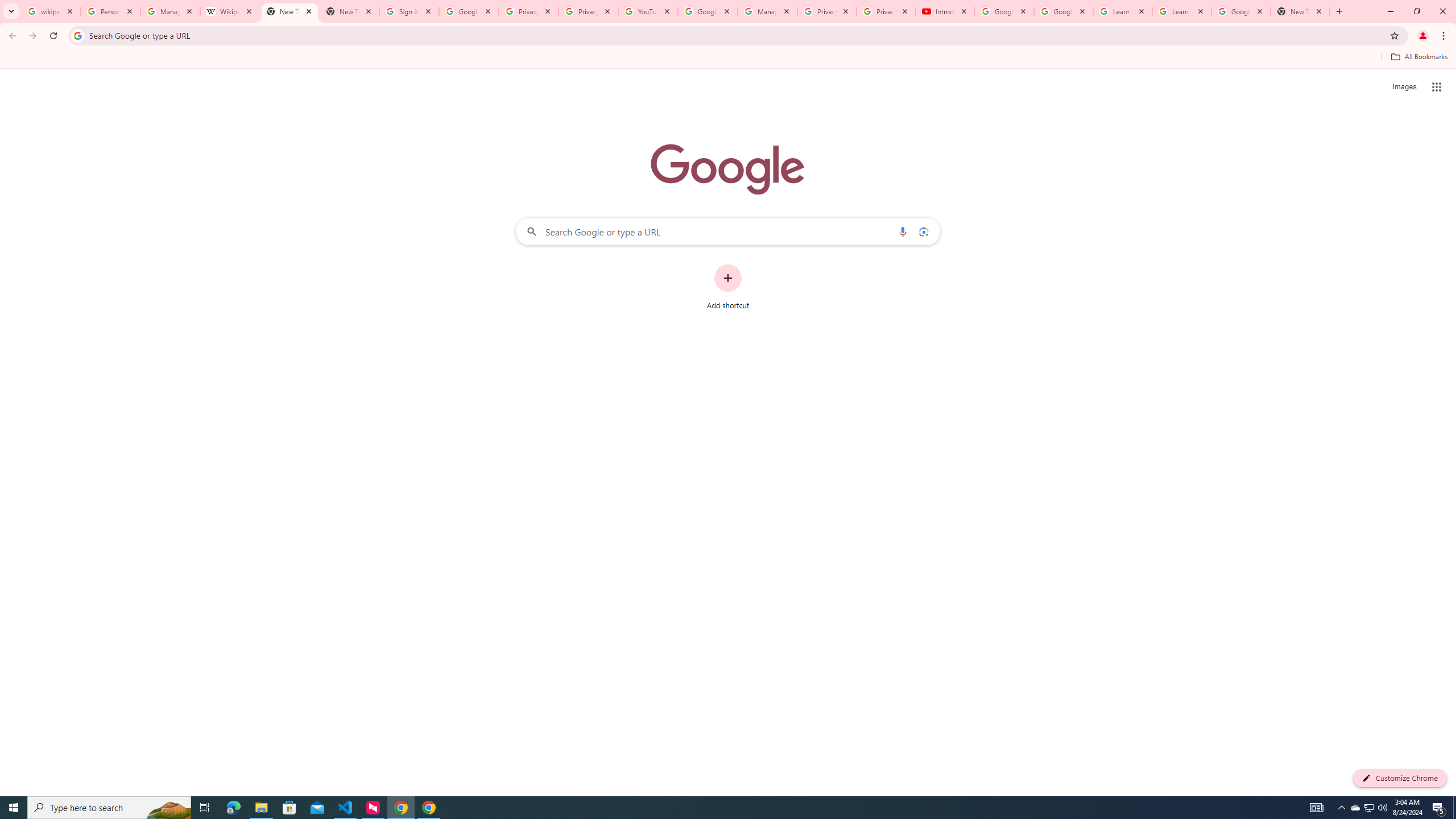 The height and width of the screenshot is (819, 1456). What do you see at coordinates (944, 11) in the screenshot?
I see `'Introduction | Google Privacy Policy - YouTube'` at bounding box center [944, 11].